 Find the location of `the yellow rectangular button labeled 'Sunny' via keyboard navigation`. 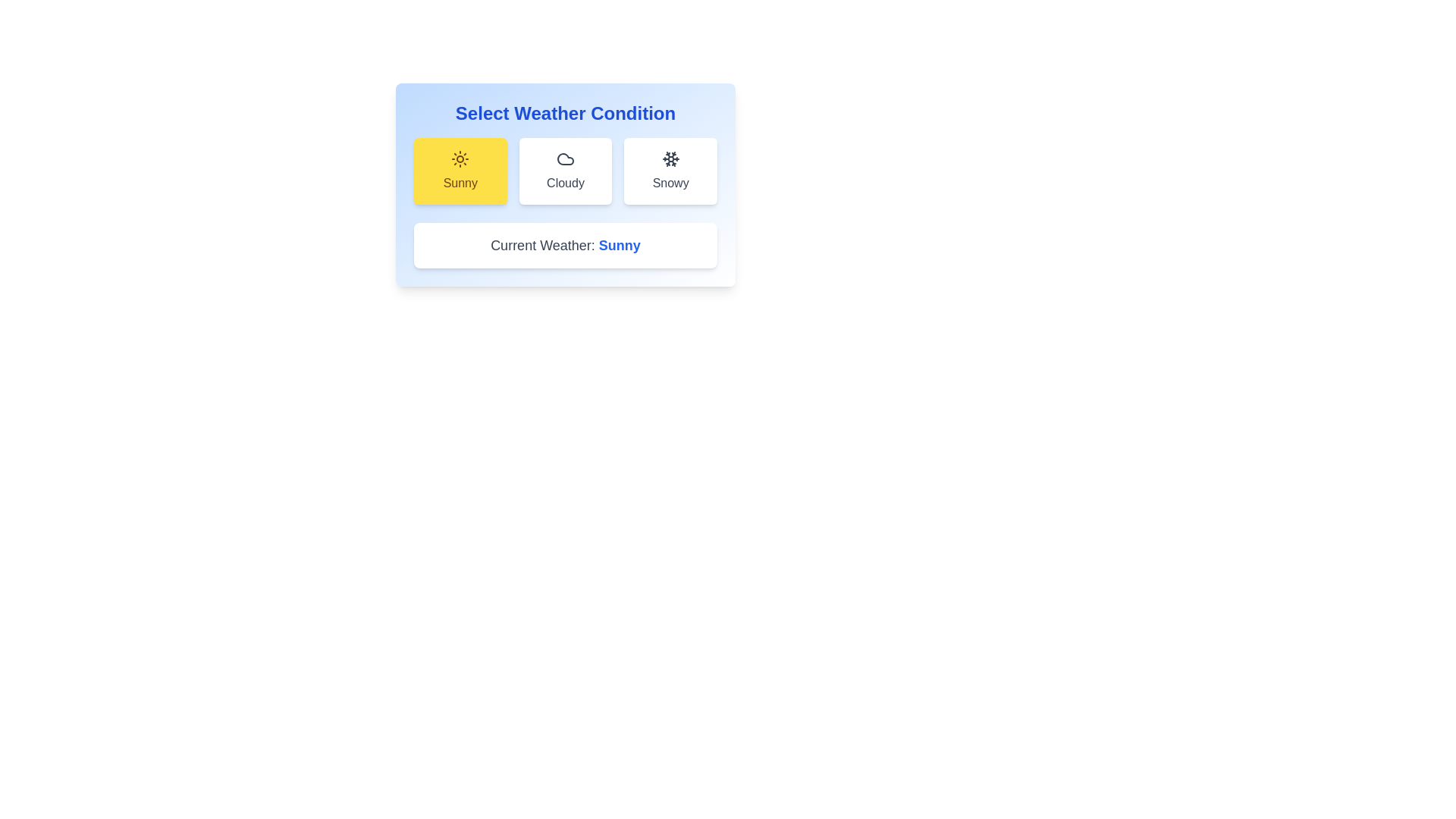

the yellow rectangular button labeled 'Sunny' via keyboard navigation is located at coordinates (460, 171).